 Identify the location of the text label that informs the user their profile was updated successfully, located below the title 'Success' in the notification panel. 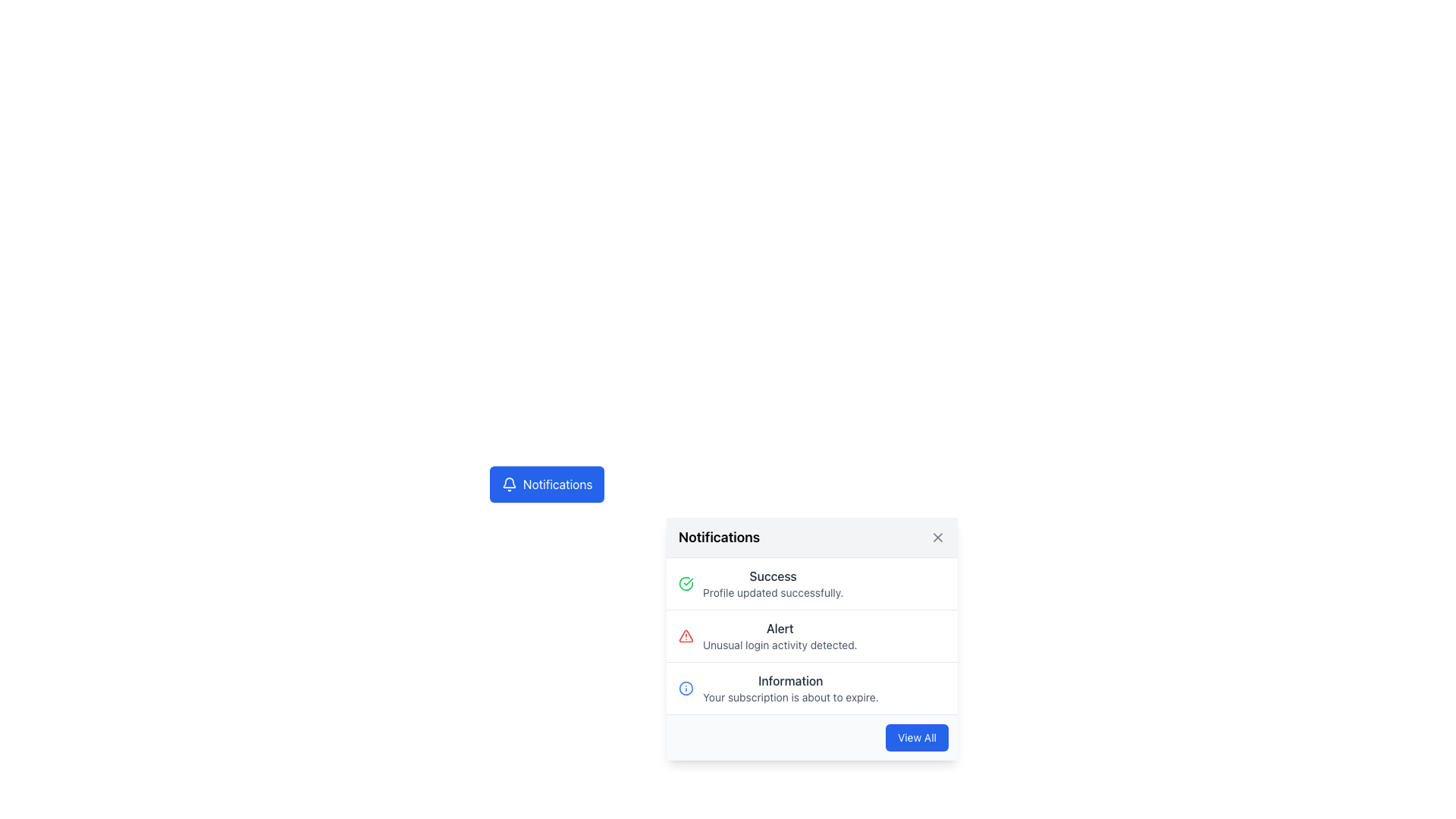
(773, 592).